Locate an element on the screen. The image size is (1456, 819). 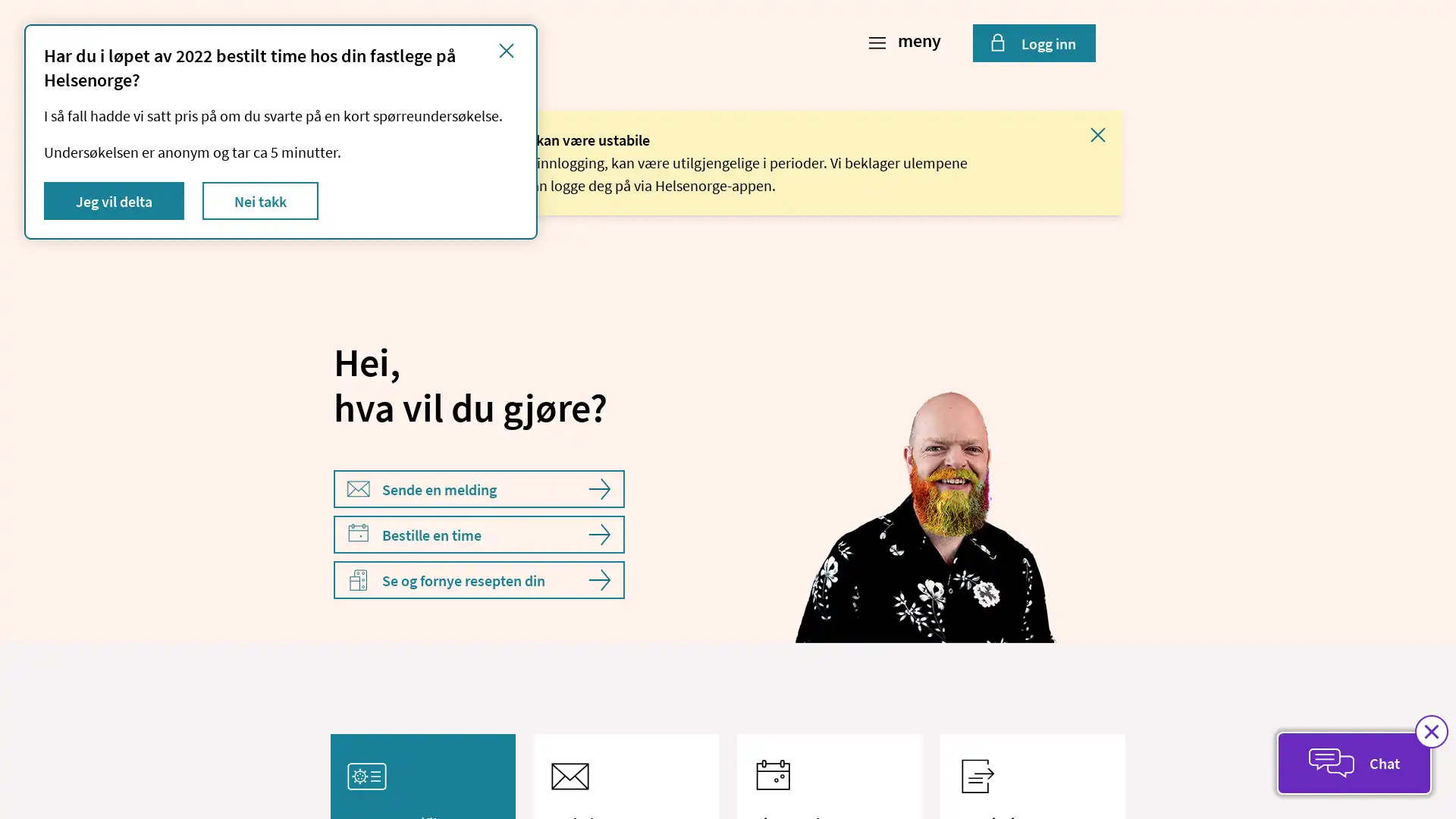
Bestille en time is located at coordinates (479, 534).